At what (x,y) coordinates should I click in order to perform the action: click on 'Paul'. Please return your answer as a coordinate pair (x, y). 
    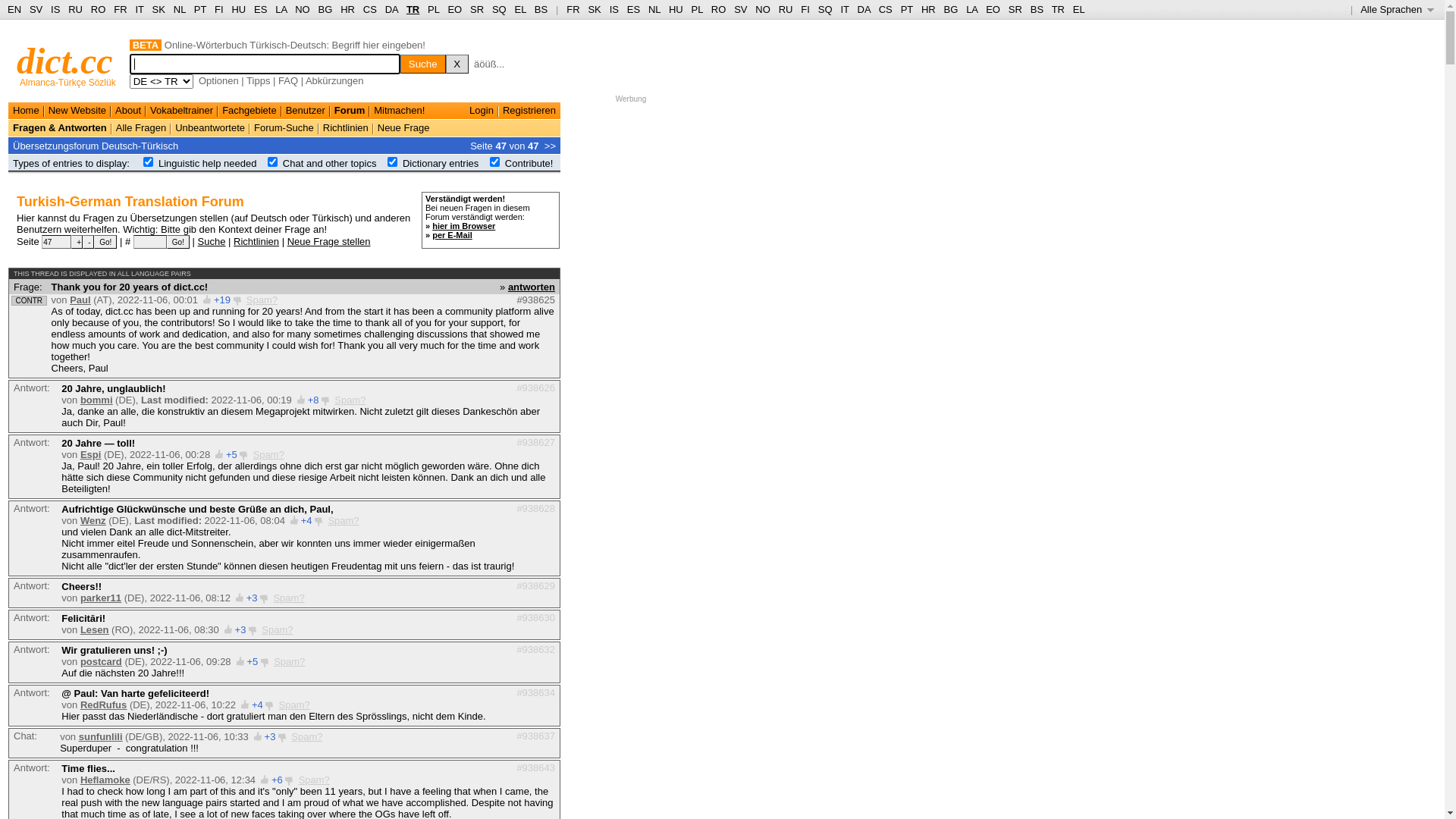
    Looking at the image, I should click on (79, 300).